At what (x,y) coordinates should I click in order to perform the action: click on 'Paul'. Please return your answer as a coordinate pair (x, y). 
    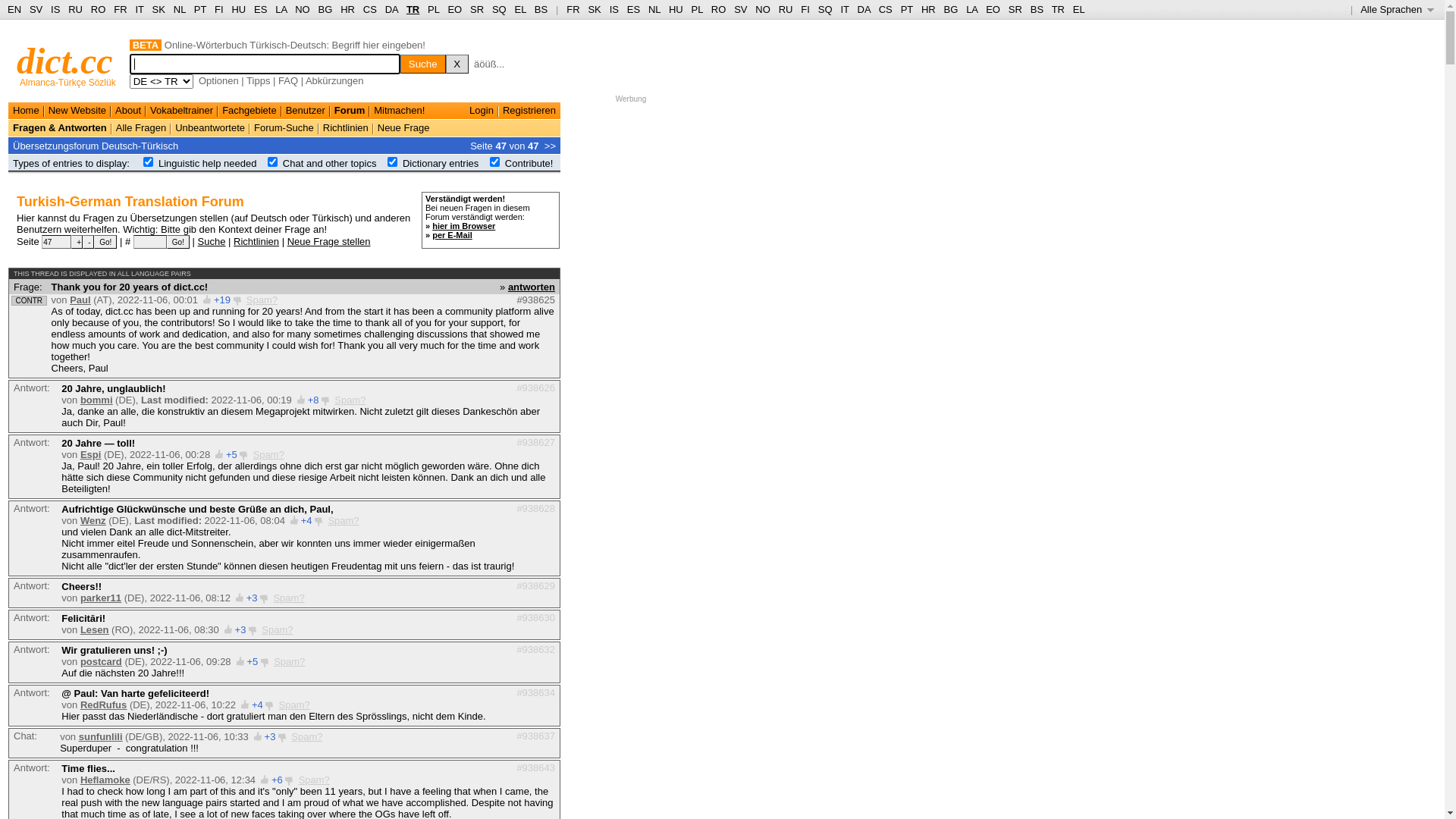
    Looking at the image, I should click on (79, 300).